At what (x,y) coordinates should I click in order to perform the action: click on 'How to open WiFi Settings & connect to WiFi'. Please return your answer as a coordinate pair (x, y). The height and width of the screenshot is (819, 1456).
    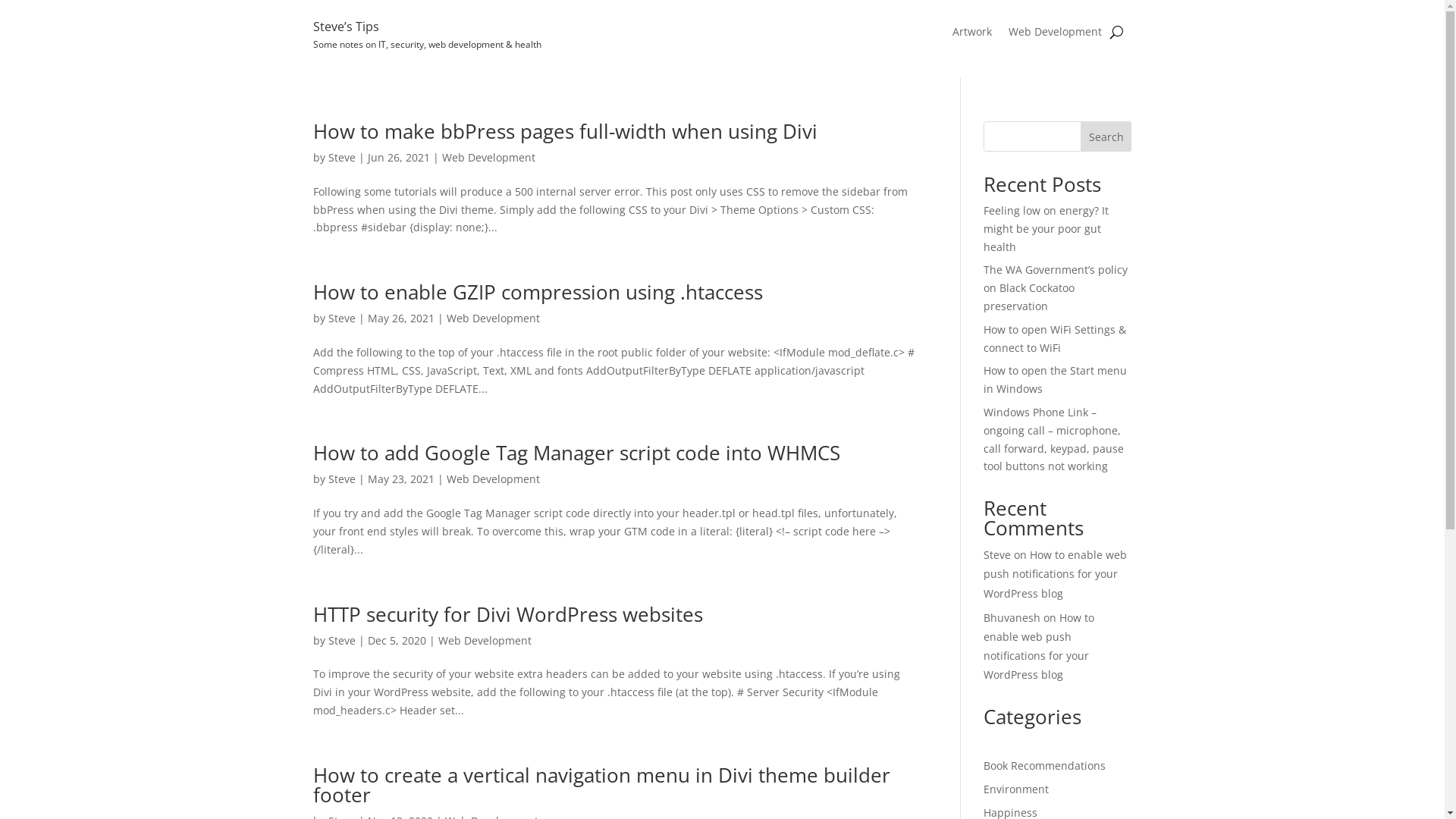
    Looking at the image, I should click on (1054, 337).